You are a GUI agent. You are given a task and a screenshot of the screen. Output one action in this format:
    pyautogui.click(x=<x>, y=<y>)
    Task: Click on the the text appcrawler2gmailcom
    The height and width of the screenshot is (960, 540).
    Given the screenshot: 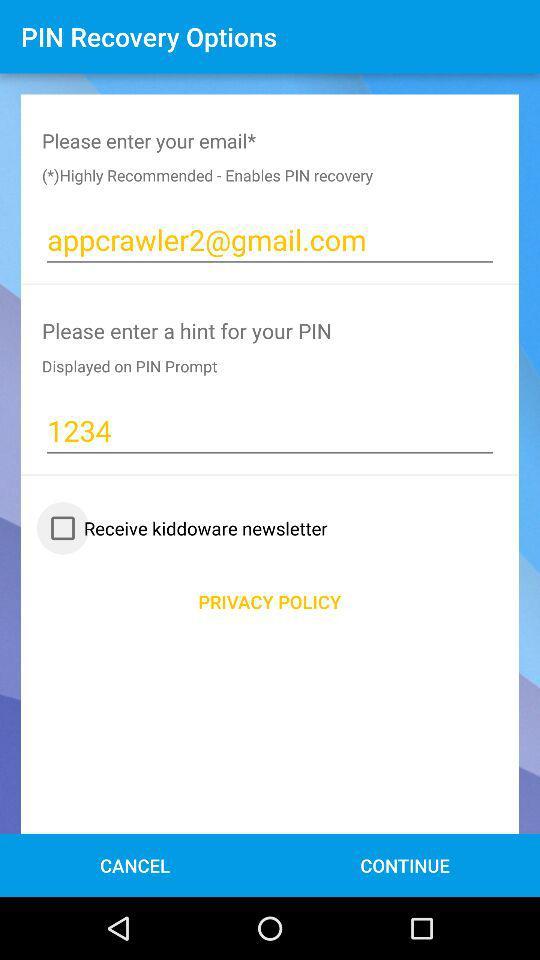 What is the action you would take?
    pyautogui.click(x=270, y=240)
    